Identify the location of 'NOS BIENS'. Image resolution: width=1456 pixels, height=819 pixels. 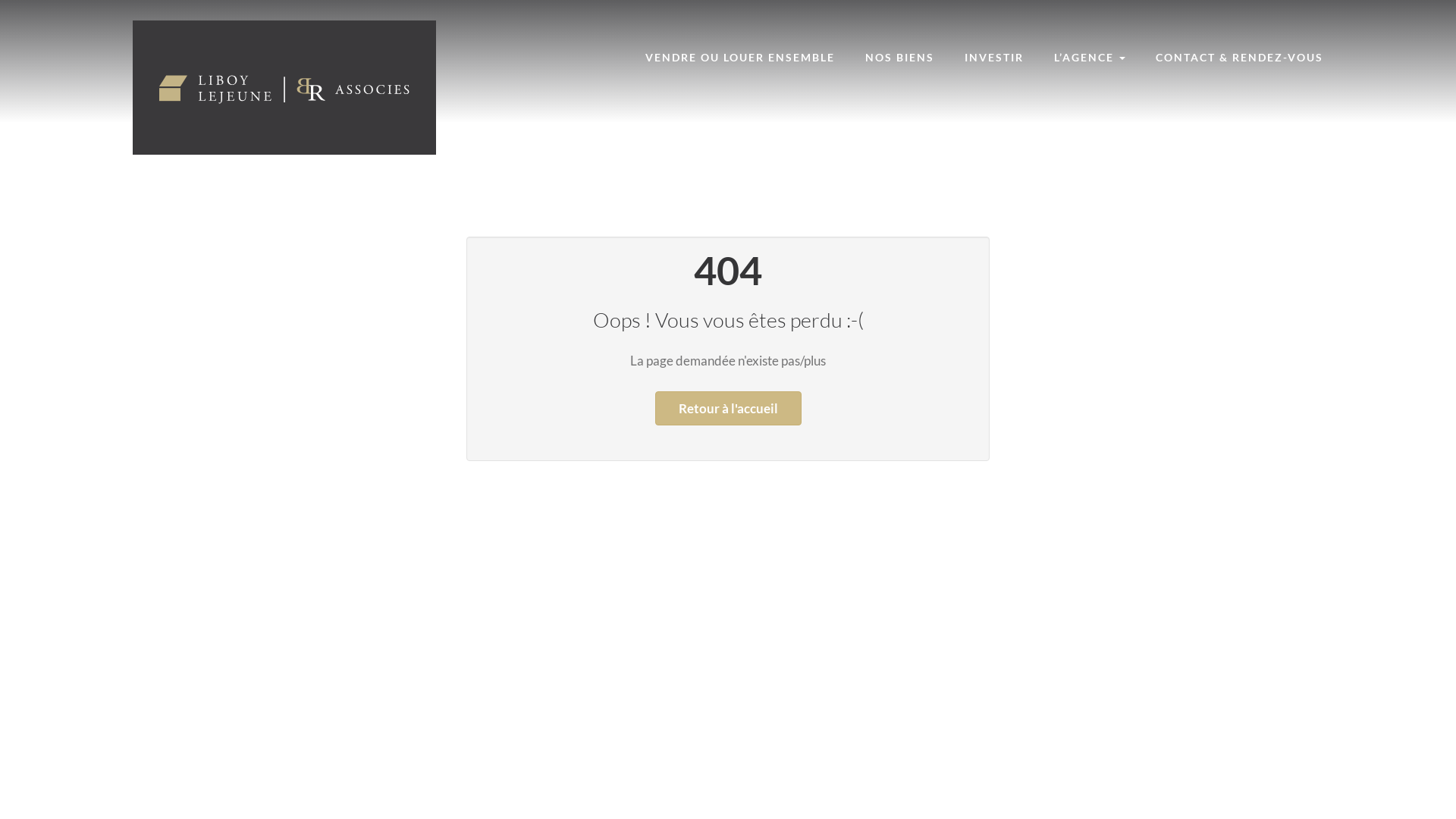
(899, 56).